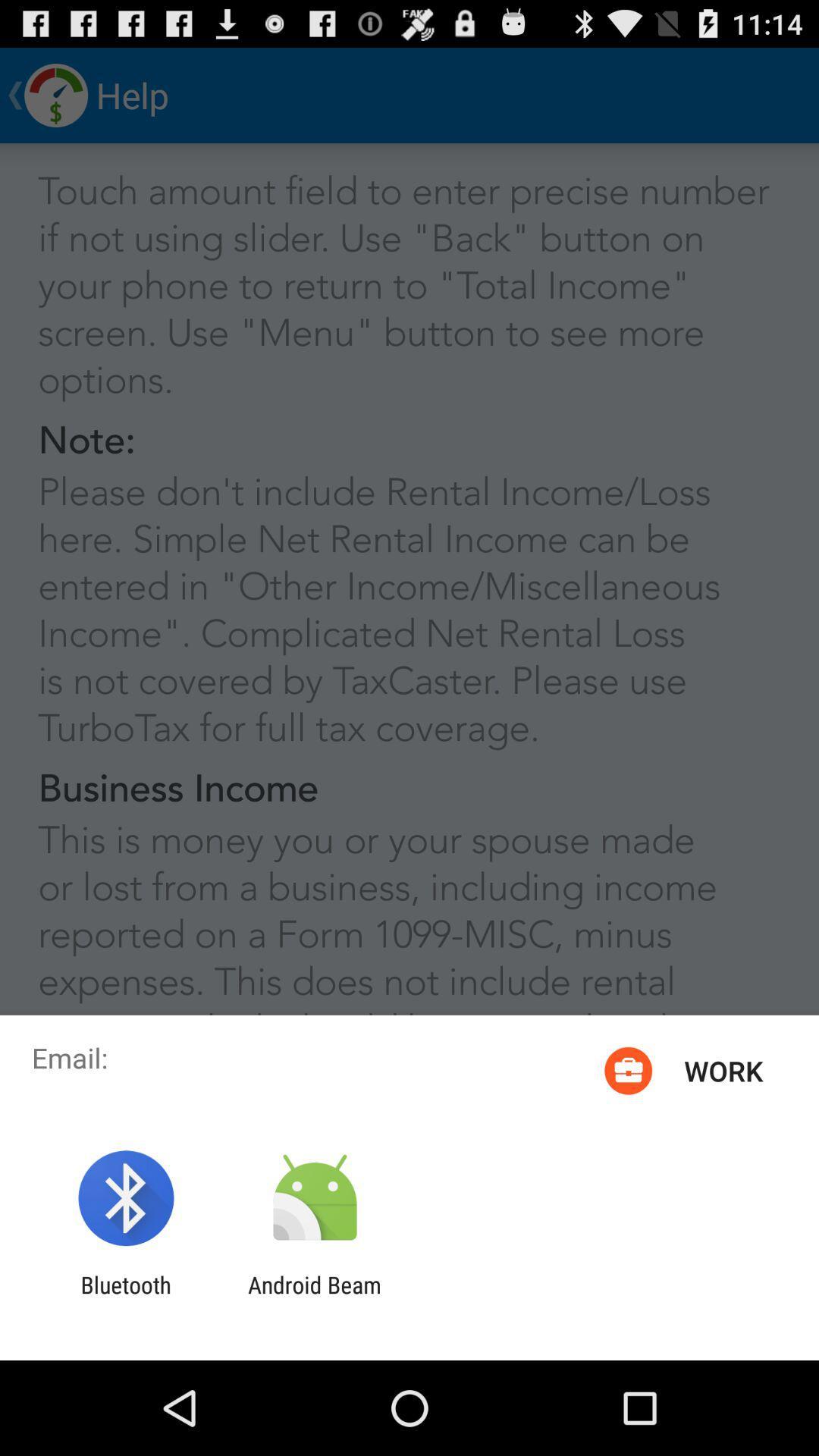  What do you see at coordinates (125, 1298) in the screenshot?
I see `the bluetooth icon` at bounding box center [125, 1298].